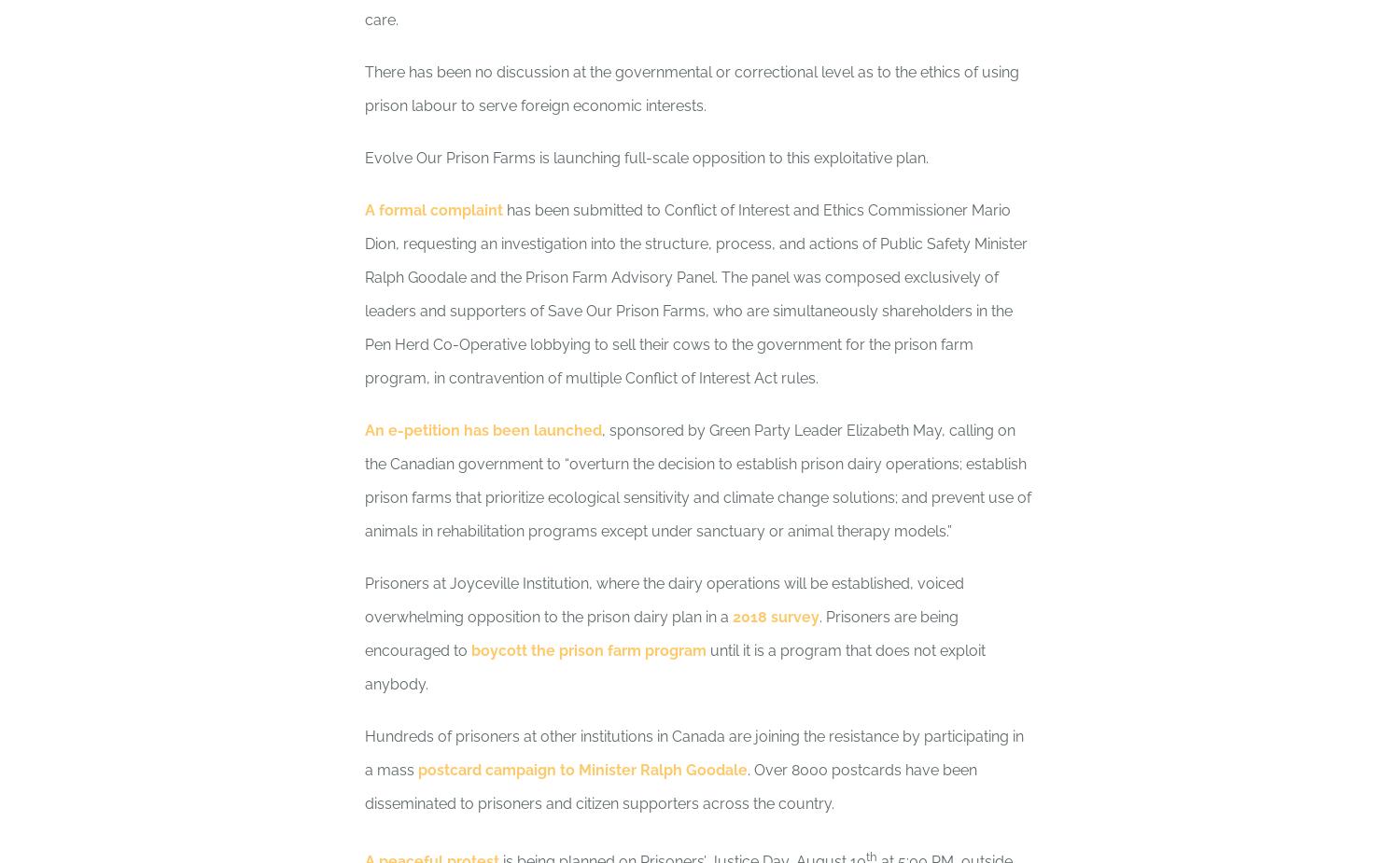 The image size is (1400, 863). What do you see at coordinates (581, 770) in the screenshot?
I see `'postcard campaign to Minister Ralph Goodale'` at bounding box center [581, 770].